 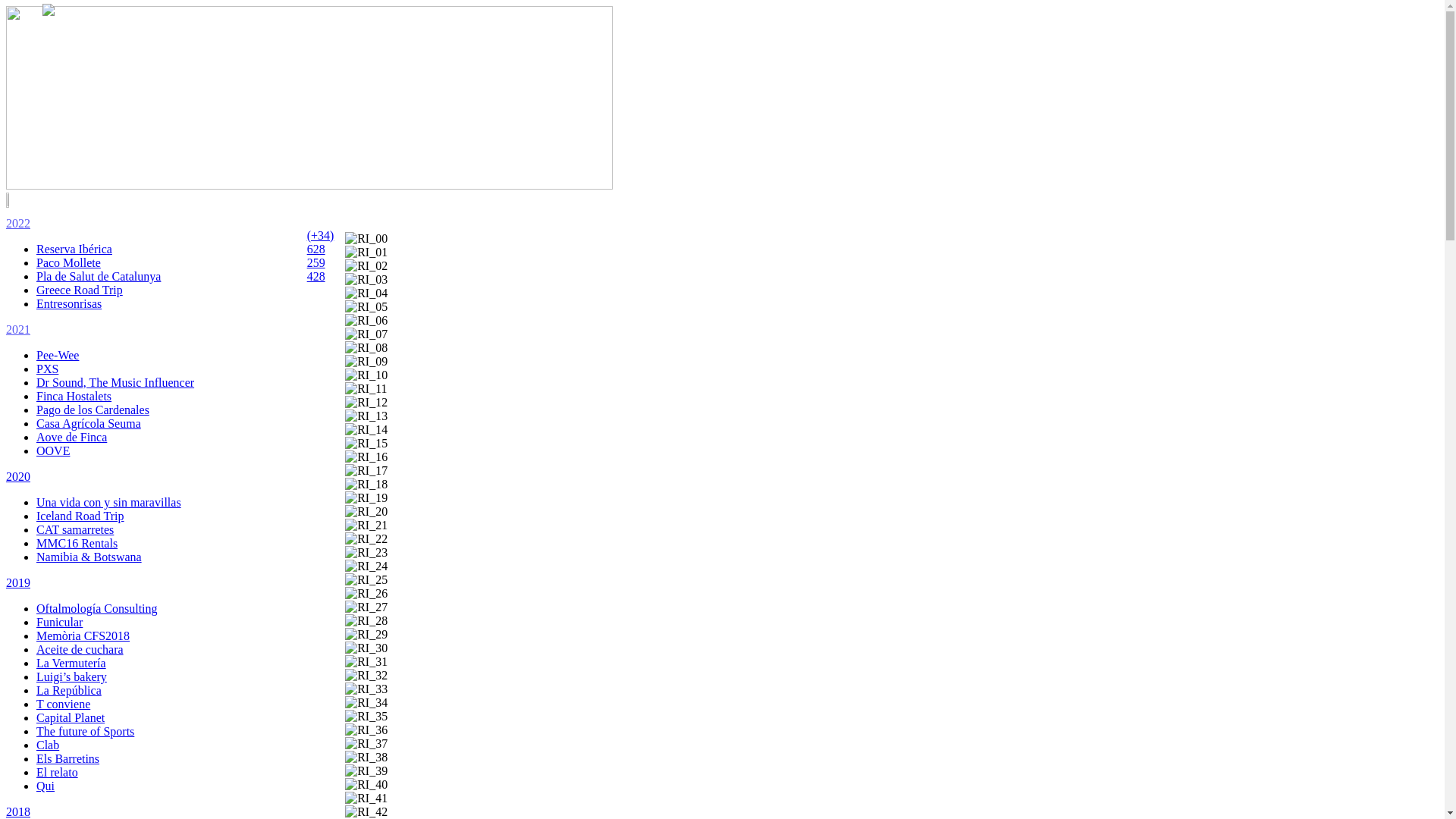 I want to click on 'Funicular', so click(x=59, y=622).